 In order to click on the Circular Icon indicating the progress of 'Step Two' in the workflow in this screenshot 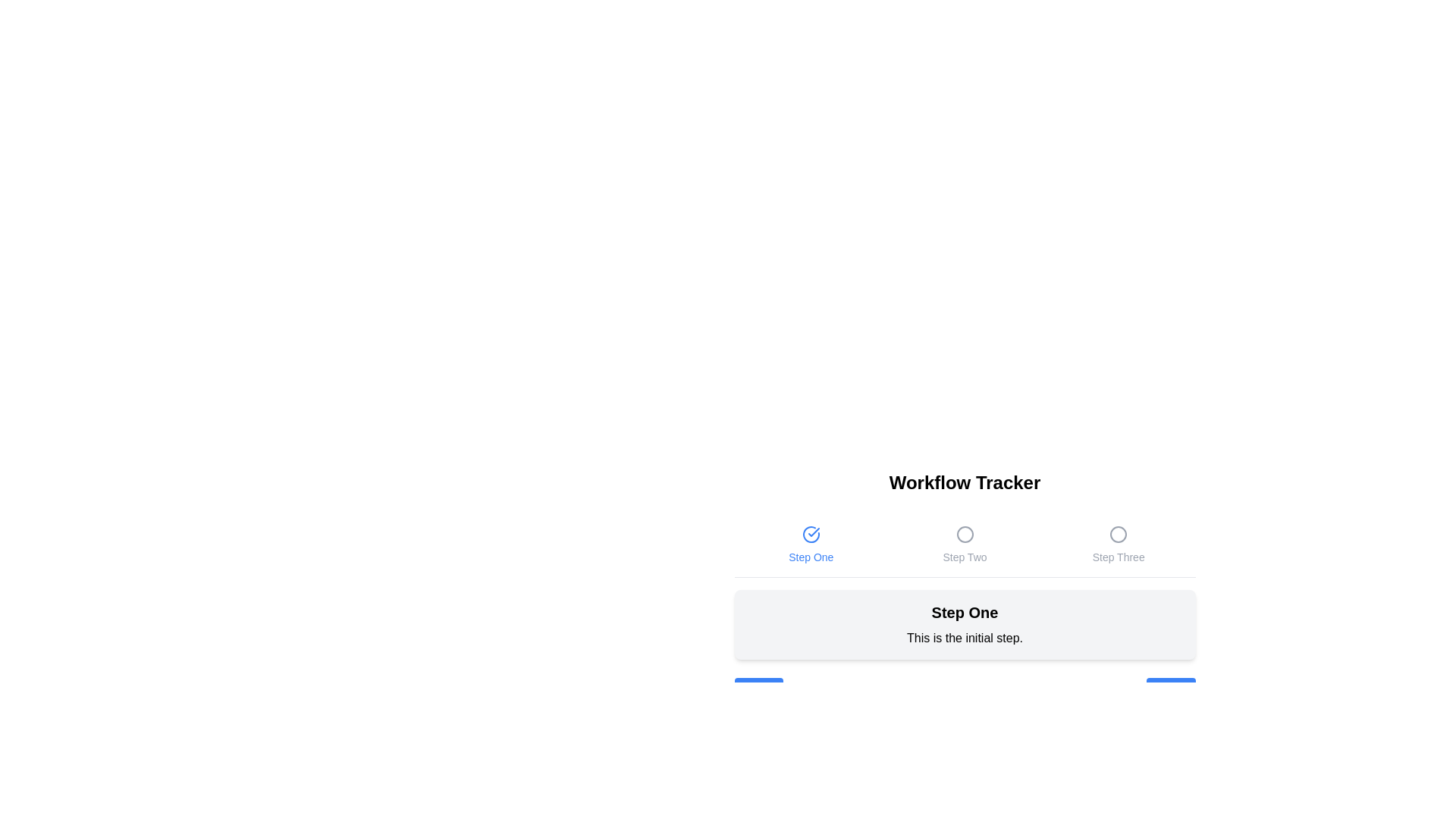, I will do `click(964, 534)`.